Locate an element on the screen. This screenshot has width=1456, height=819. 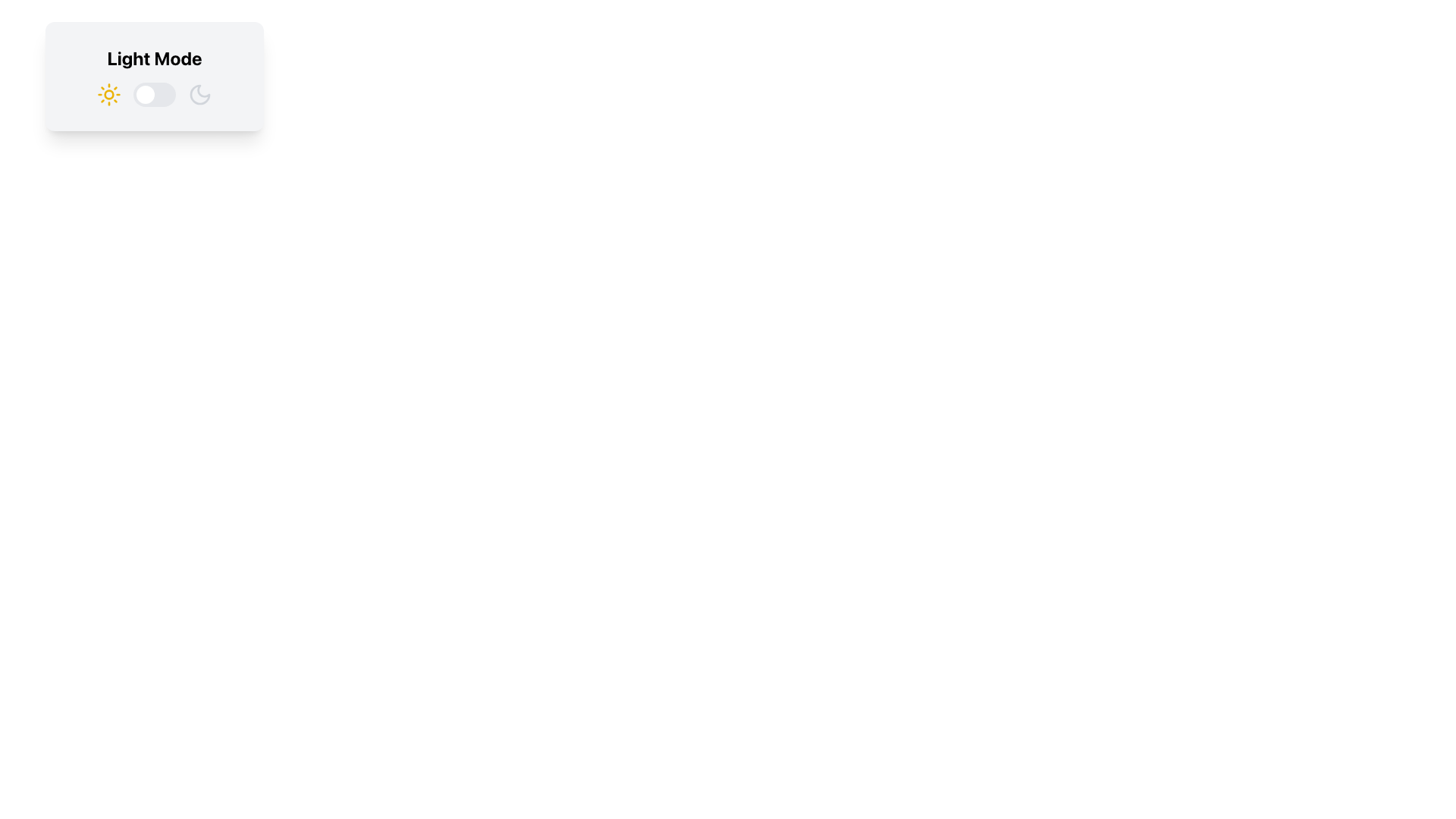
the toggle switch, which is styled with a rounded rectangular outline in gray and features a circular white handle on the left side, to change its state from light mode to dark mode or vice versa is located at coordinates (154, 94).